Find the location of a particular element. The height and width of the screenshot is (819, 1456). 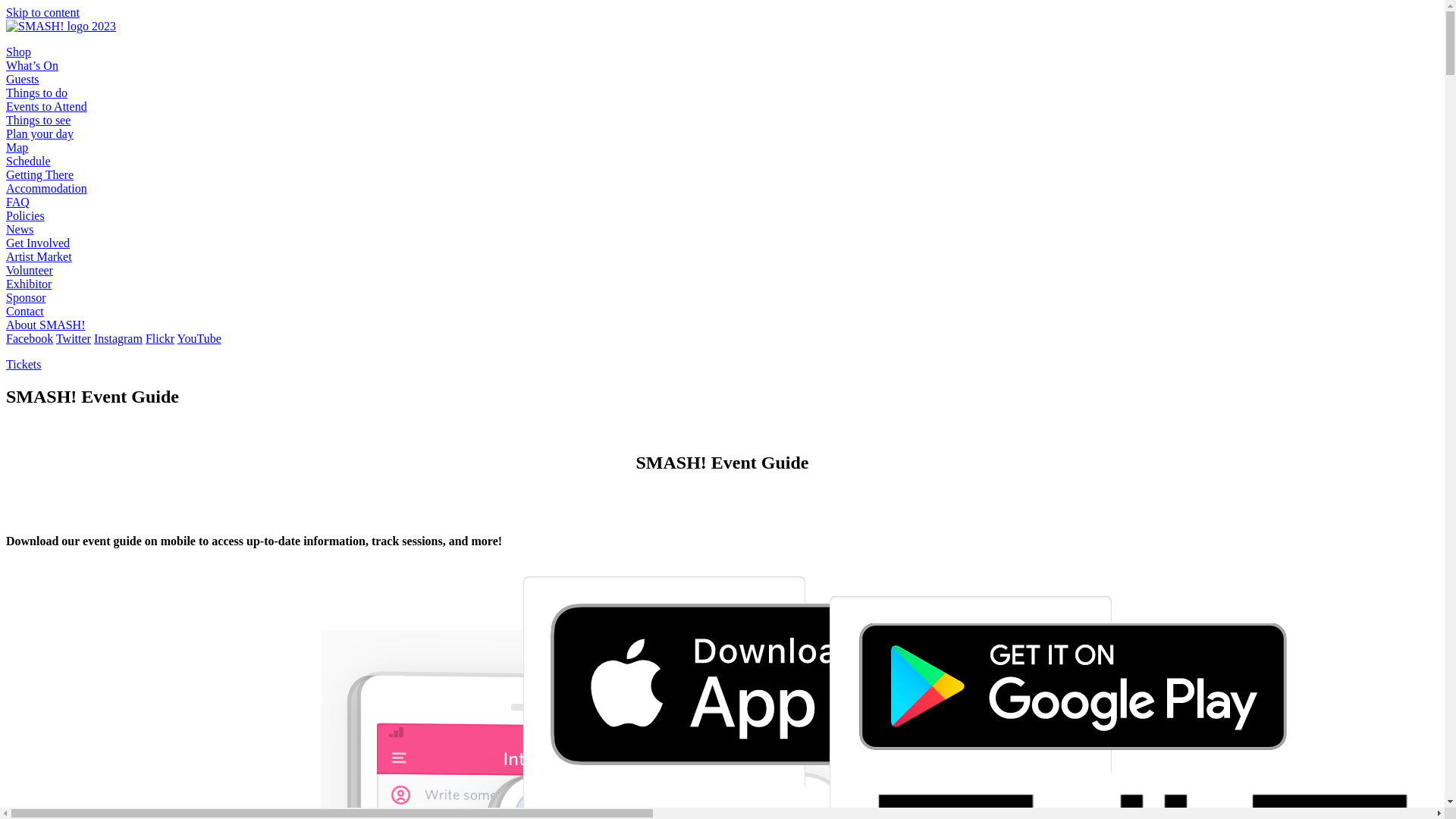

'About SMASH!' is located at coordinates (6, 324).